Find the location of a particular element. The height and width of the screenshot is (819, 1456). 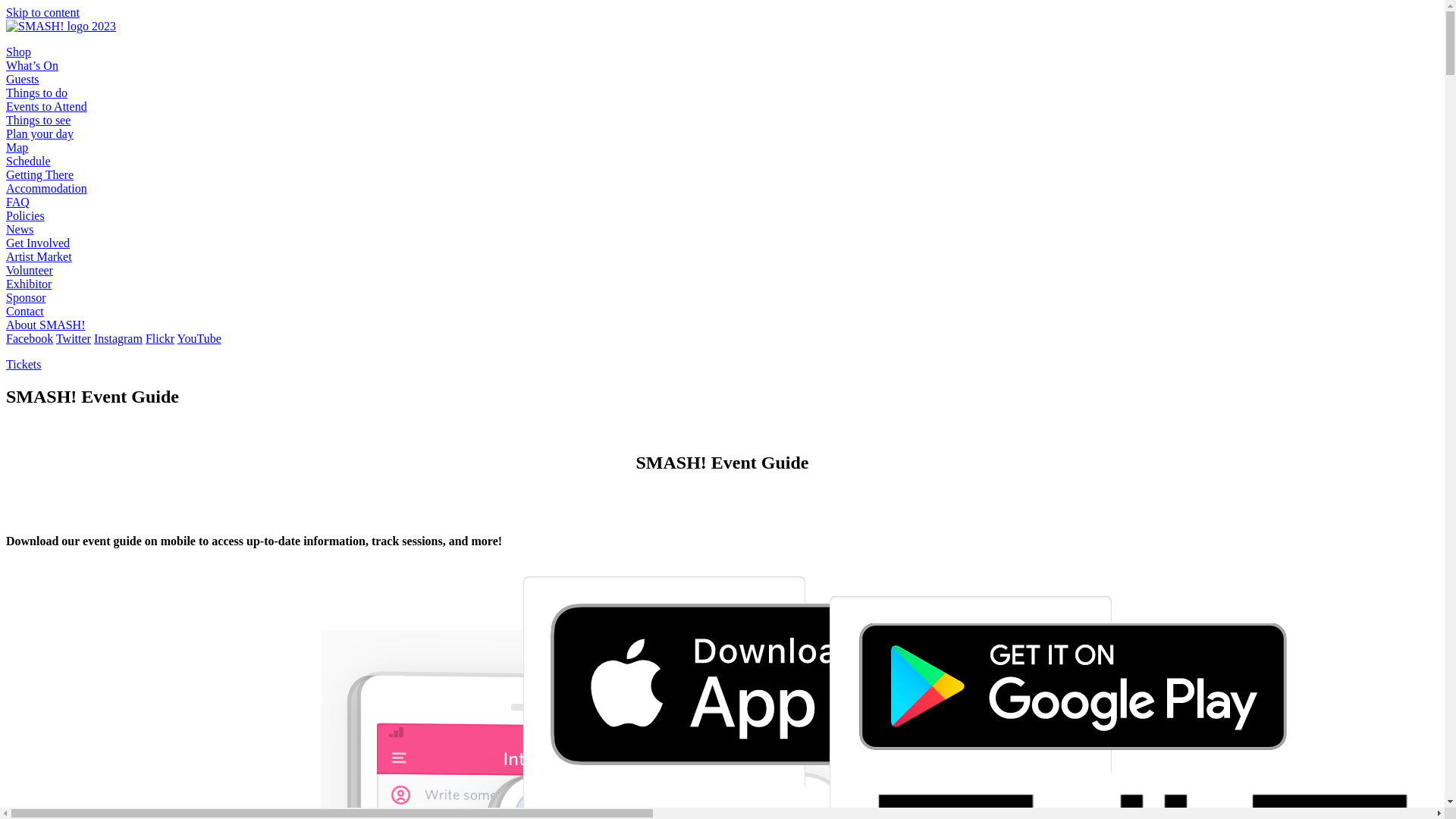

'About SMASH!' is located at coordinates (6, 324).